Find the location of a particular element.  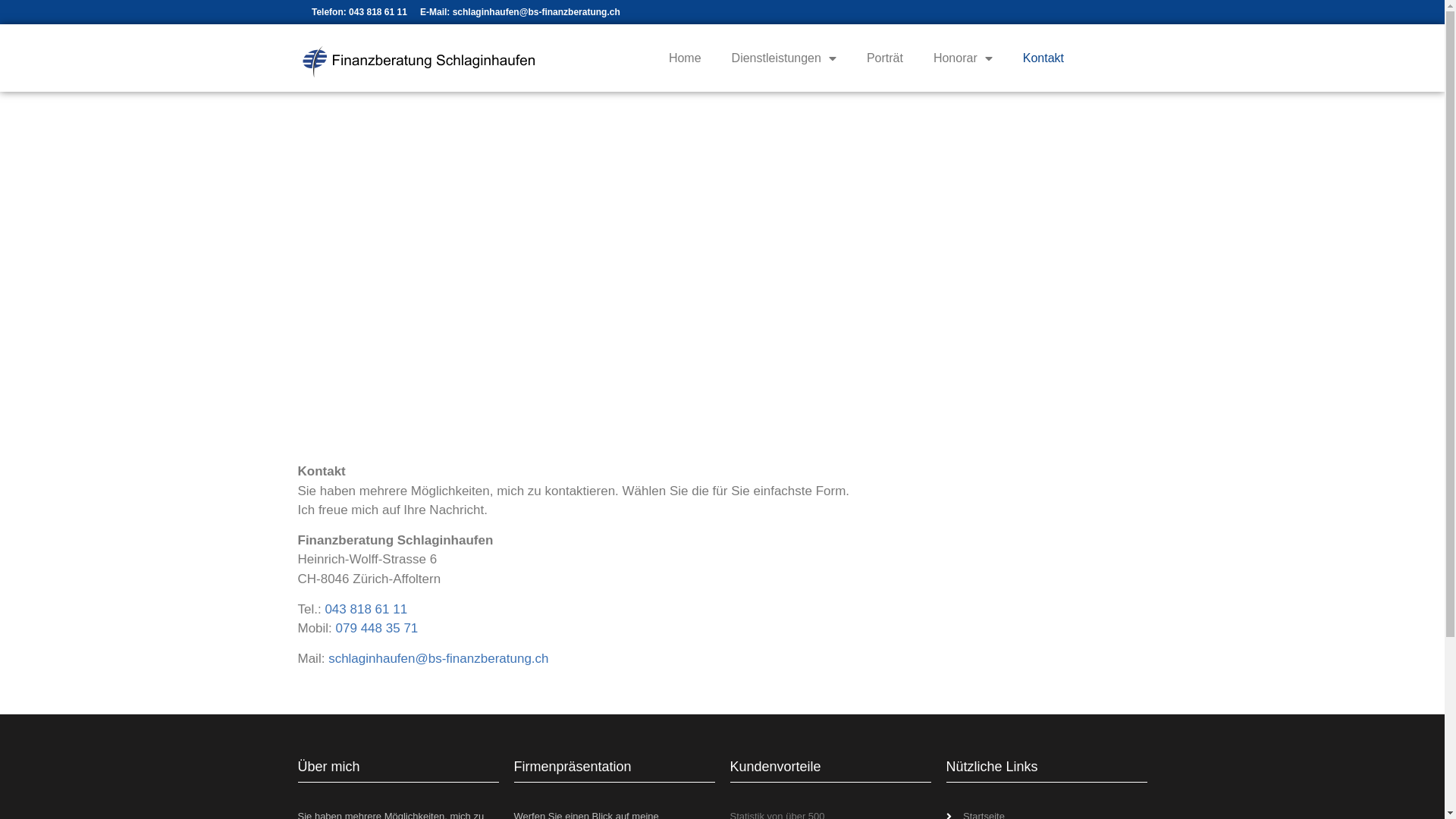

'043 818 61 11' is located at coordinates (366, 608).